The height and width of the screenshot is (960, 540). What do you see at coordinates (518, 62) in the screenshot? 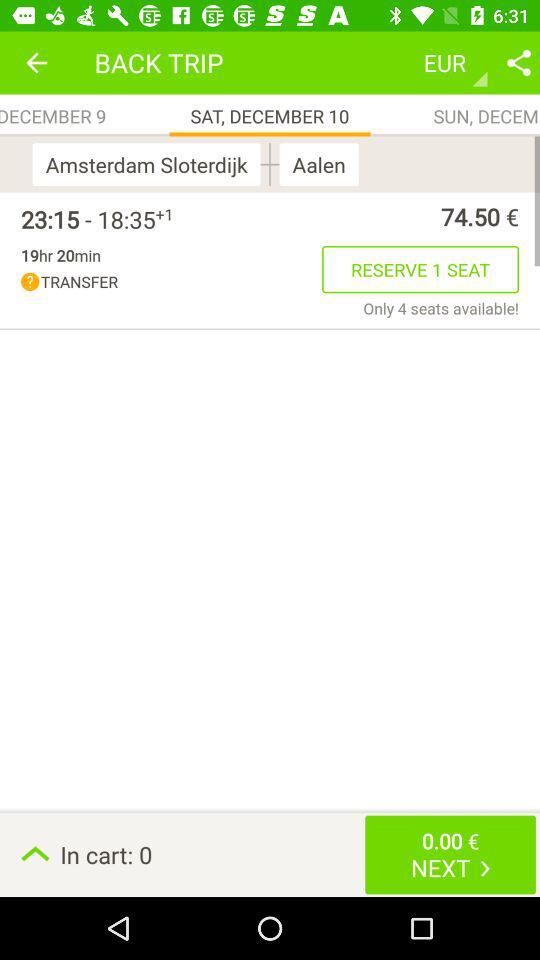
I see `use it to share what is on the screen` at bounding box center [518, 62].